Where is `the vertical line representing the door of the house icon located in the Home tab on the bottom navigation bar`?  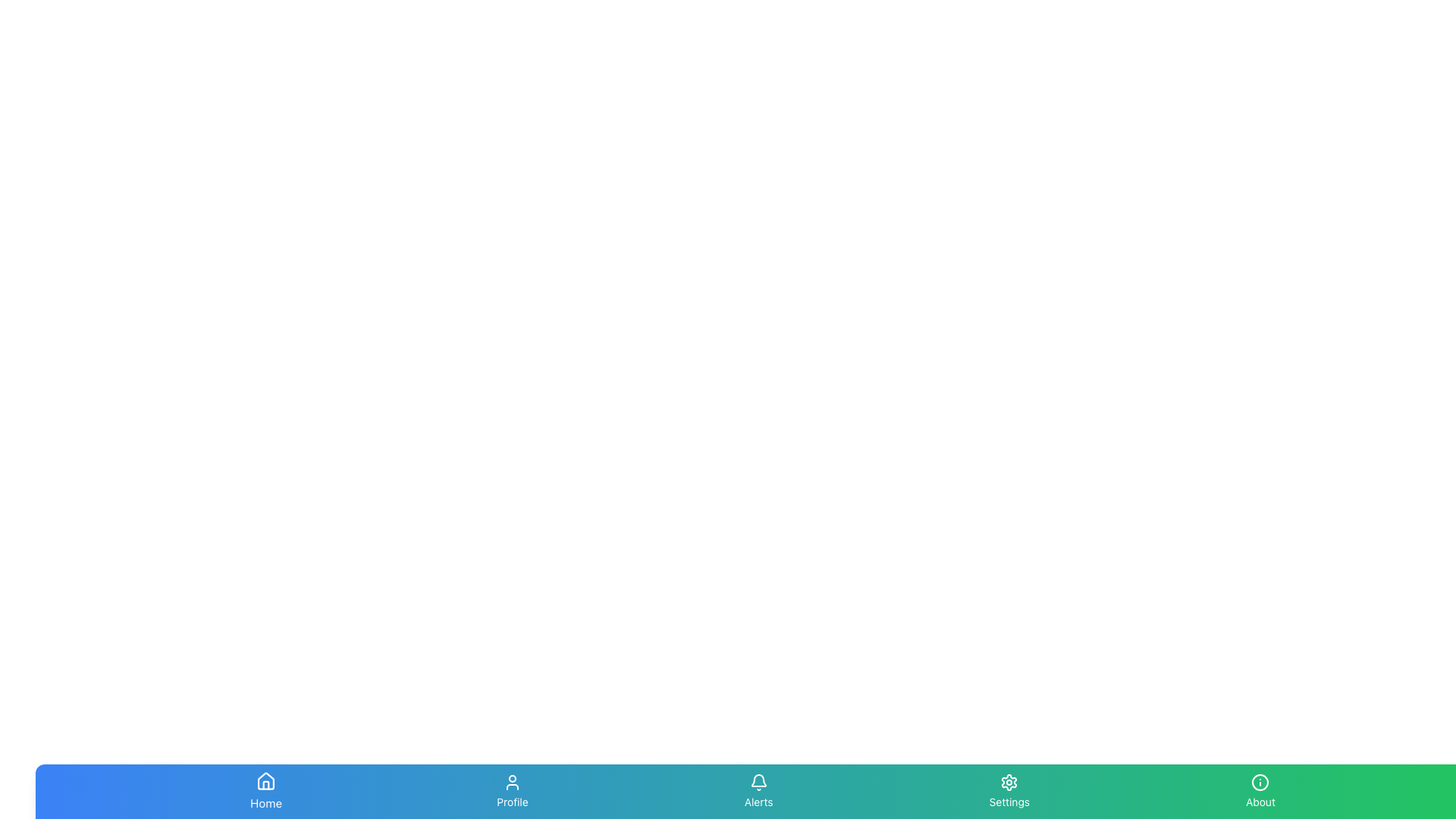 the vertical line representing the door of the house icon located in the Home tab on the bottom navigation bar is located at coordinates (266, 785).